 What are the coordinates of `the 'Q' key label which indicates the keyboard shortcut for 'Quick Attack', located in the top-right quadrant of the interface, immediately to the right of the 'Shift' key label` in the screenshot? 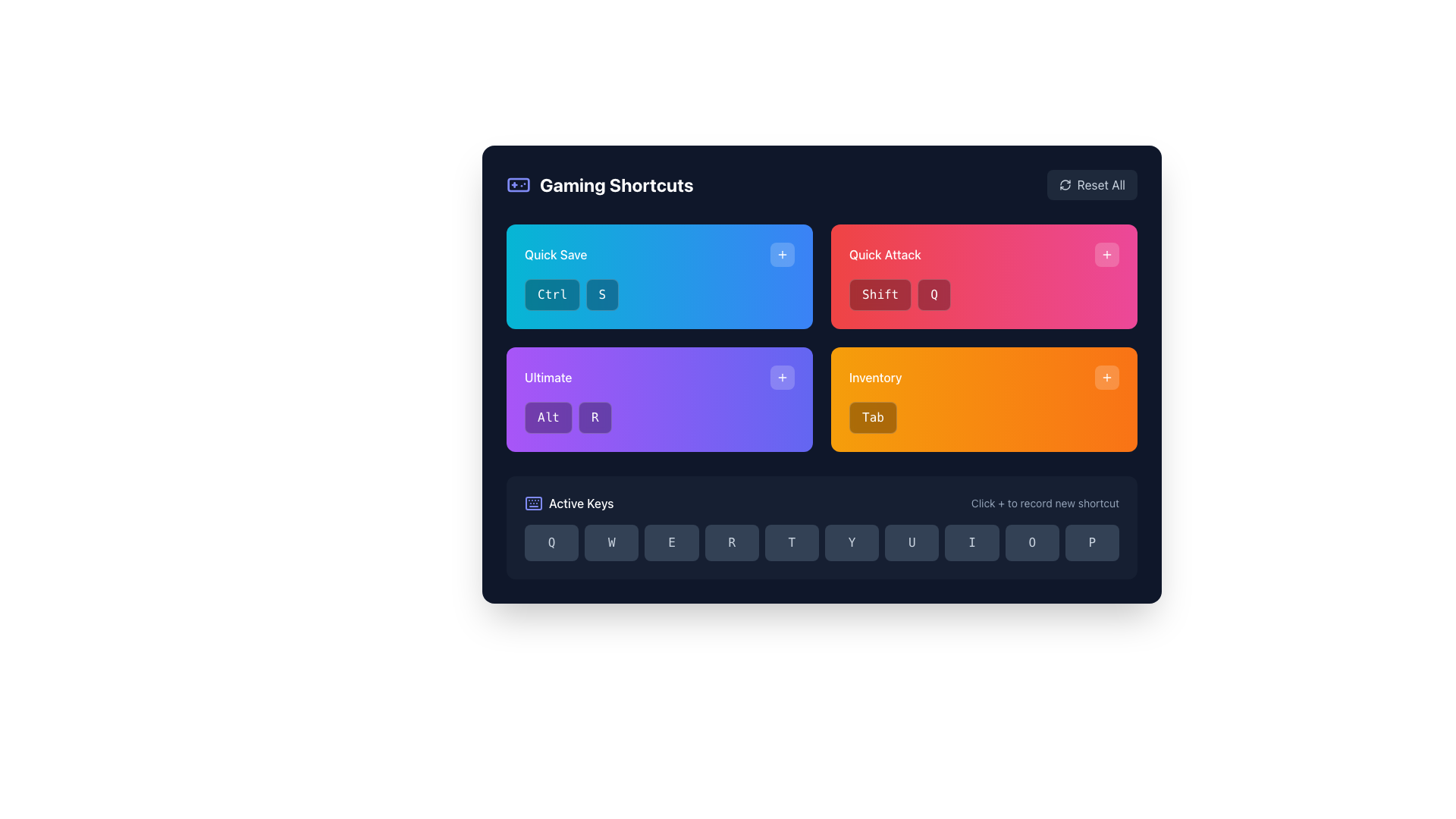 It's located at (934, 295).